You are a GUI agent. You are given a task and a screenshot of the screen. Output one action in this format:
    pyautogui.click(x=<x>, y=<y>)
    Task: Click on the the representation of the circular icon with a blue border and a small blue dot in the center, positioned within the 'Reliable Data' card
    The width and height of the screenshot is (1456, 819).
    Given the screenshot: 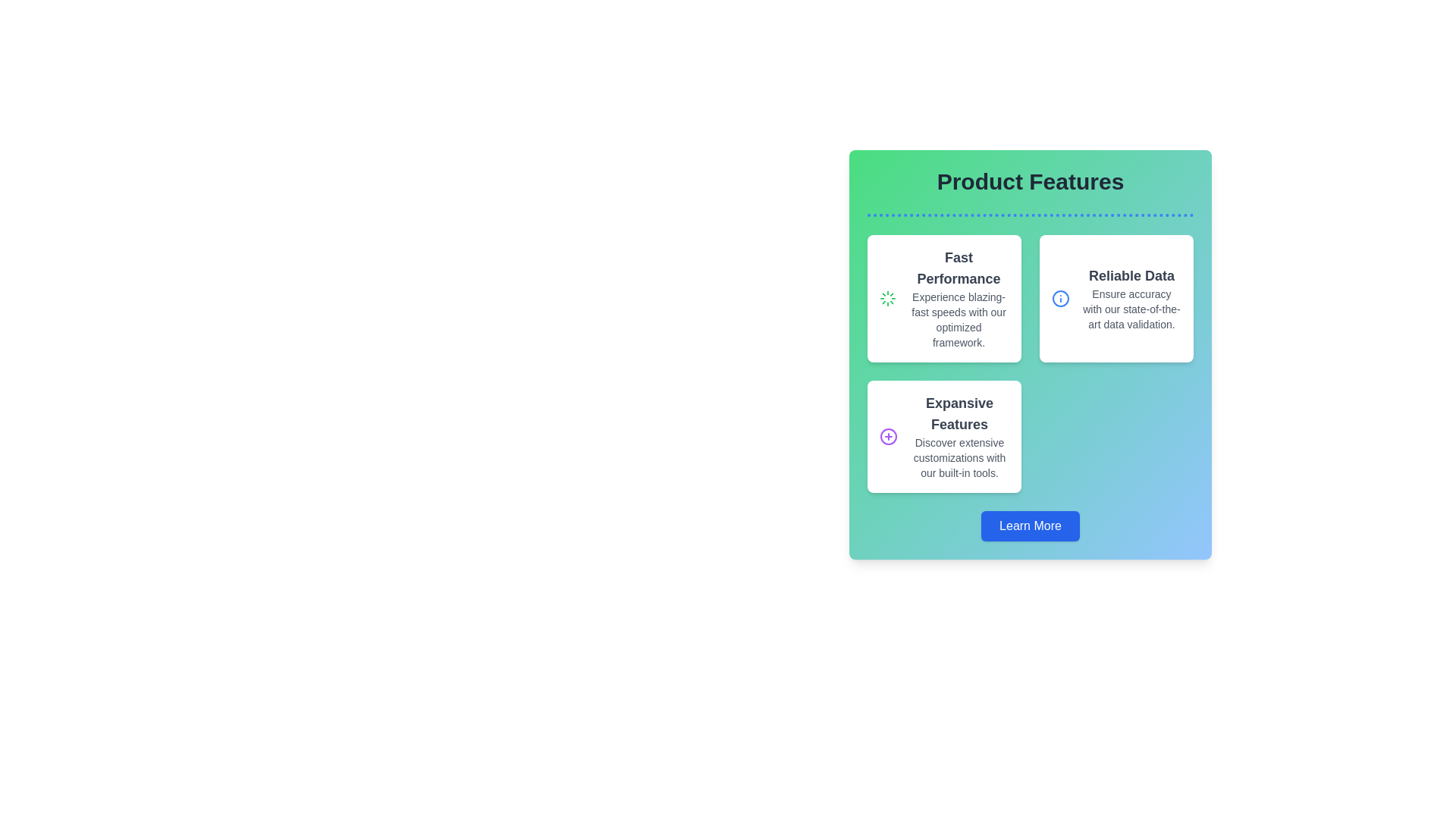 What is the action you would take?
    pyautogui.click(x=1059, y=298)
    